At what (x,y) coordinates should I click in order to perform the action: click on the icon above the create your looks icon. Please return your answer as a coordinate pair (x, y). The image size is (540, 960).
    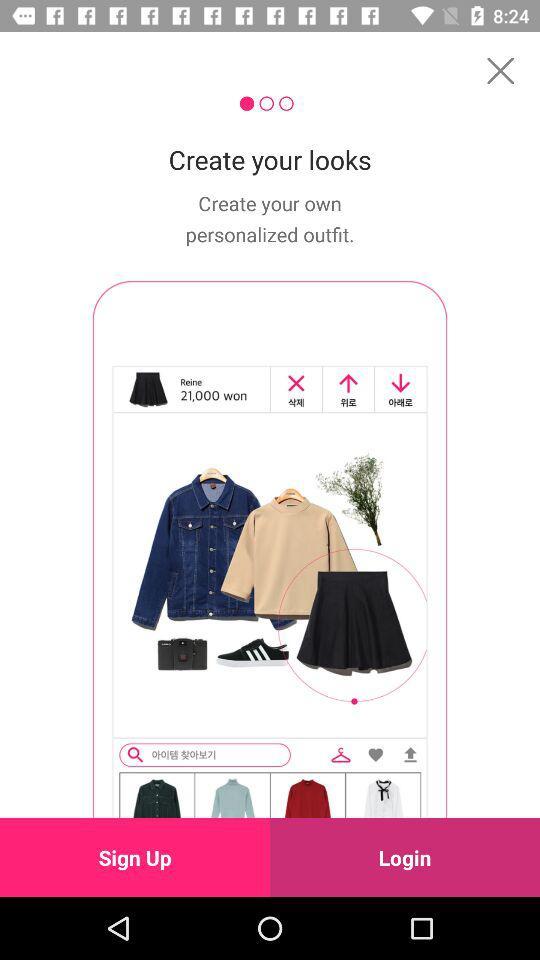
    Looking at the image, I should click on (499, 70).